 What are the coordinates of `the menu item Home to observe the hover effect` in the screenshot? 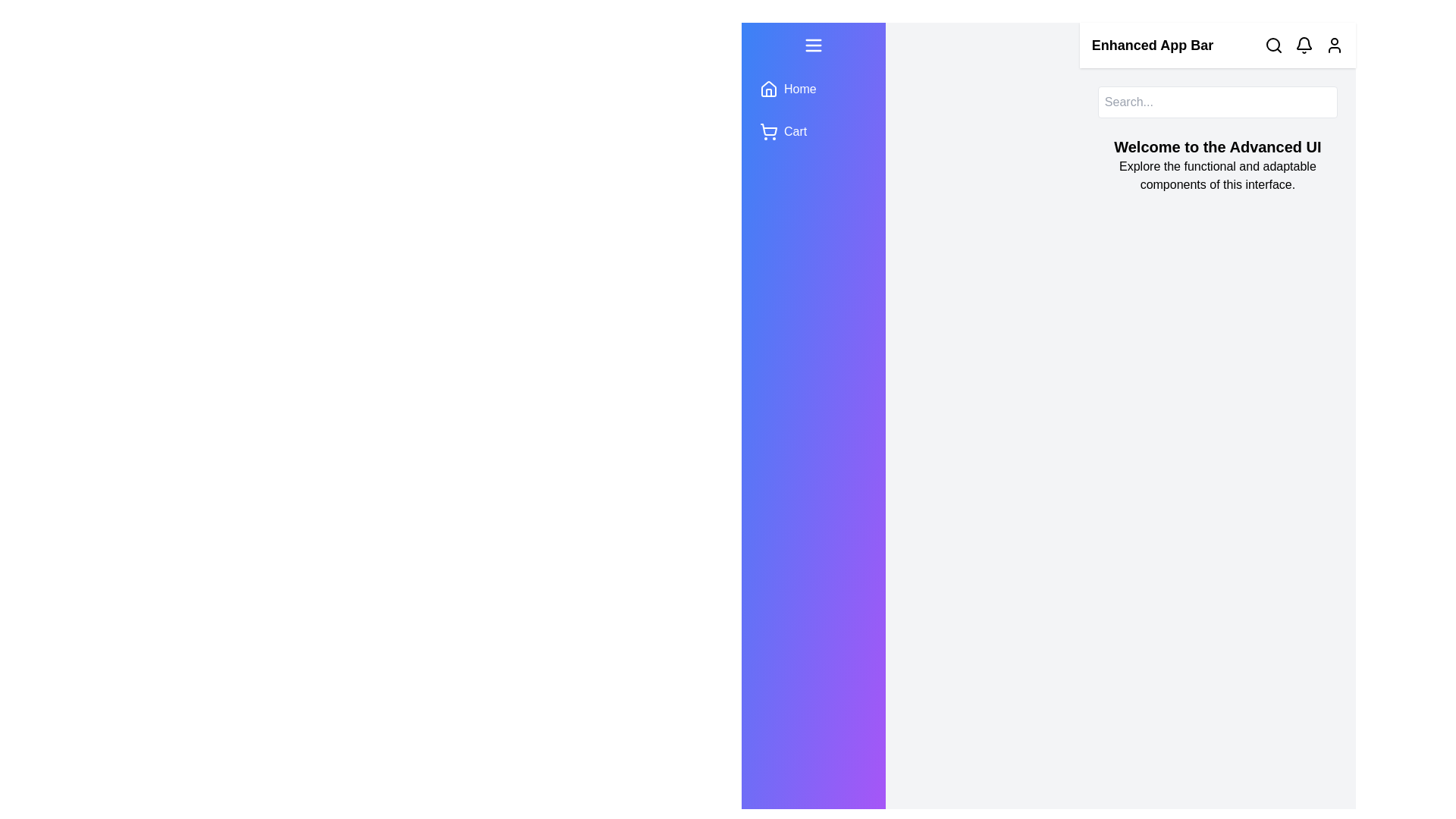 It's located at (811, 89).